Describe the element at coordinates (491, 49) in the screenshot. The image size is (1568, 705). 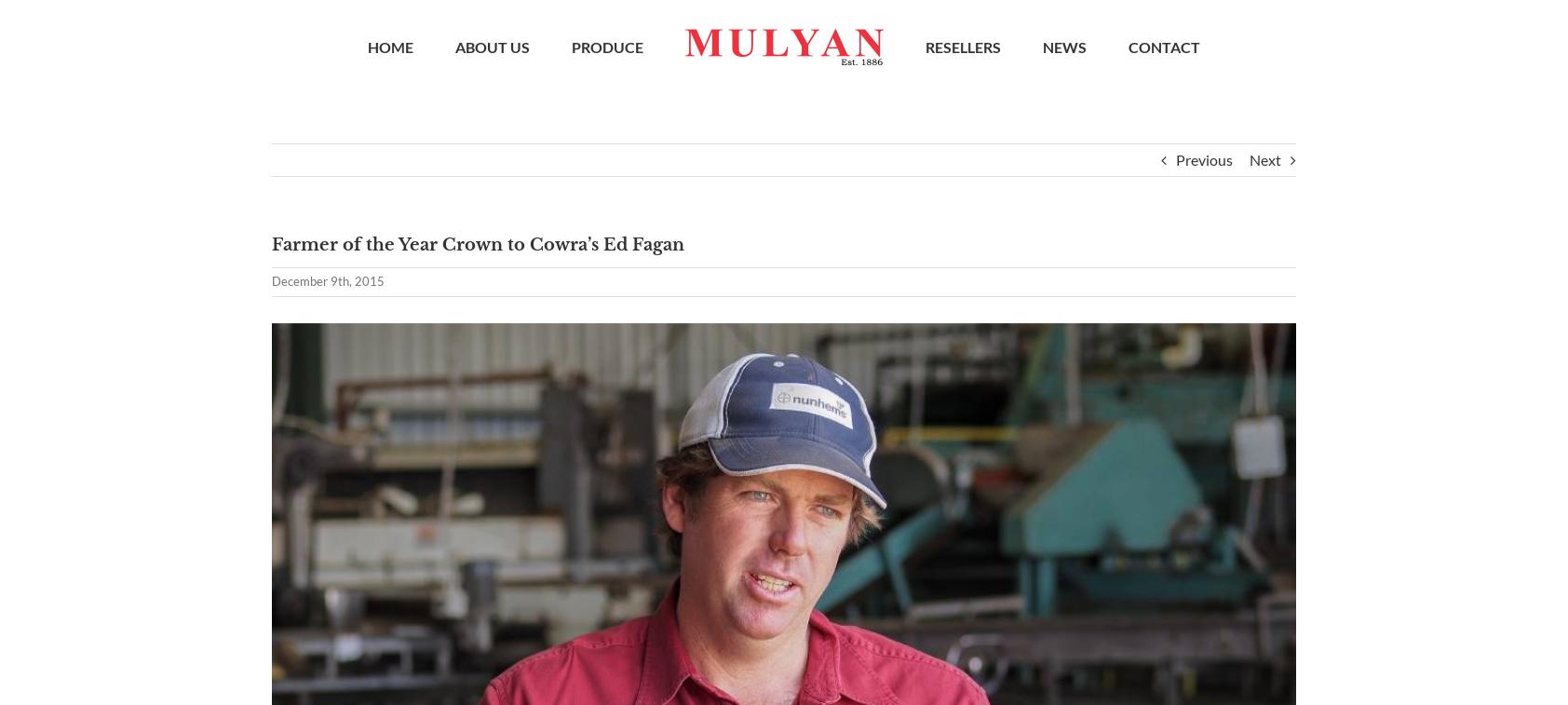
I see `'ABOUT US'` at that location.